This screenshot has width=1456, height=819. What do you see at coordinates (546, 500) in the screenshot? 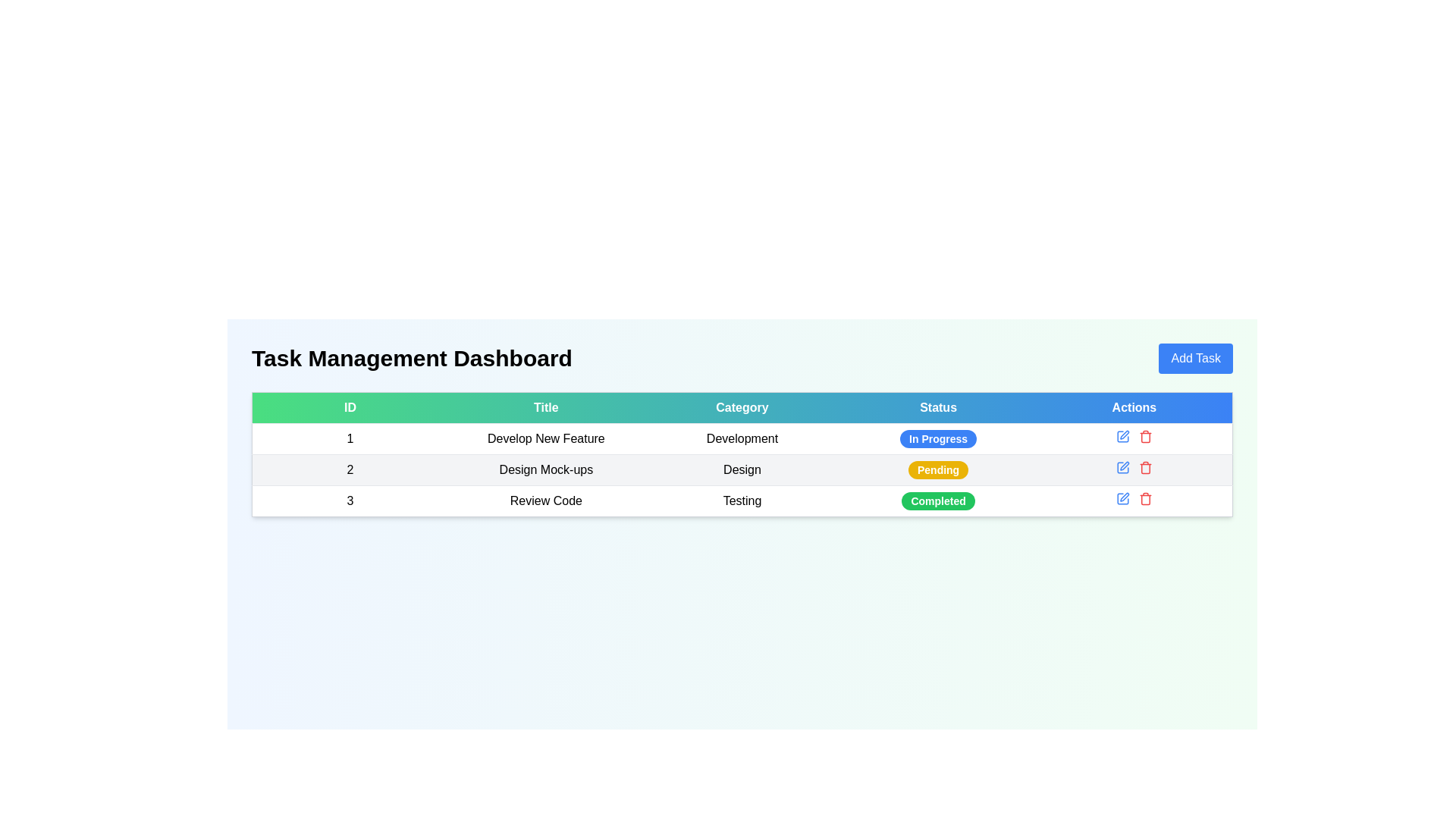
I see `the table cell displaying 'Review Code'` at bounding box center [546, 500].